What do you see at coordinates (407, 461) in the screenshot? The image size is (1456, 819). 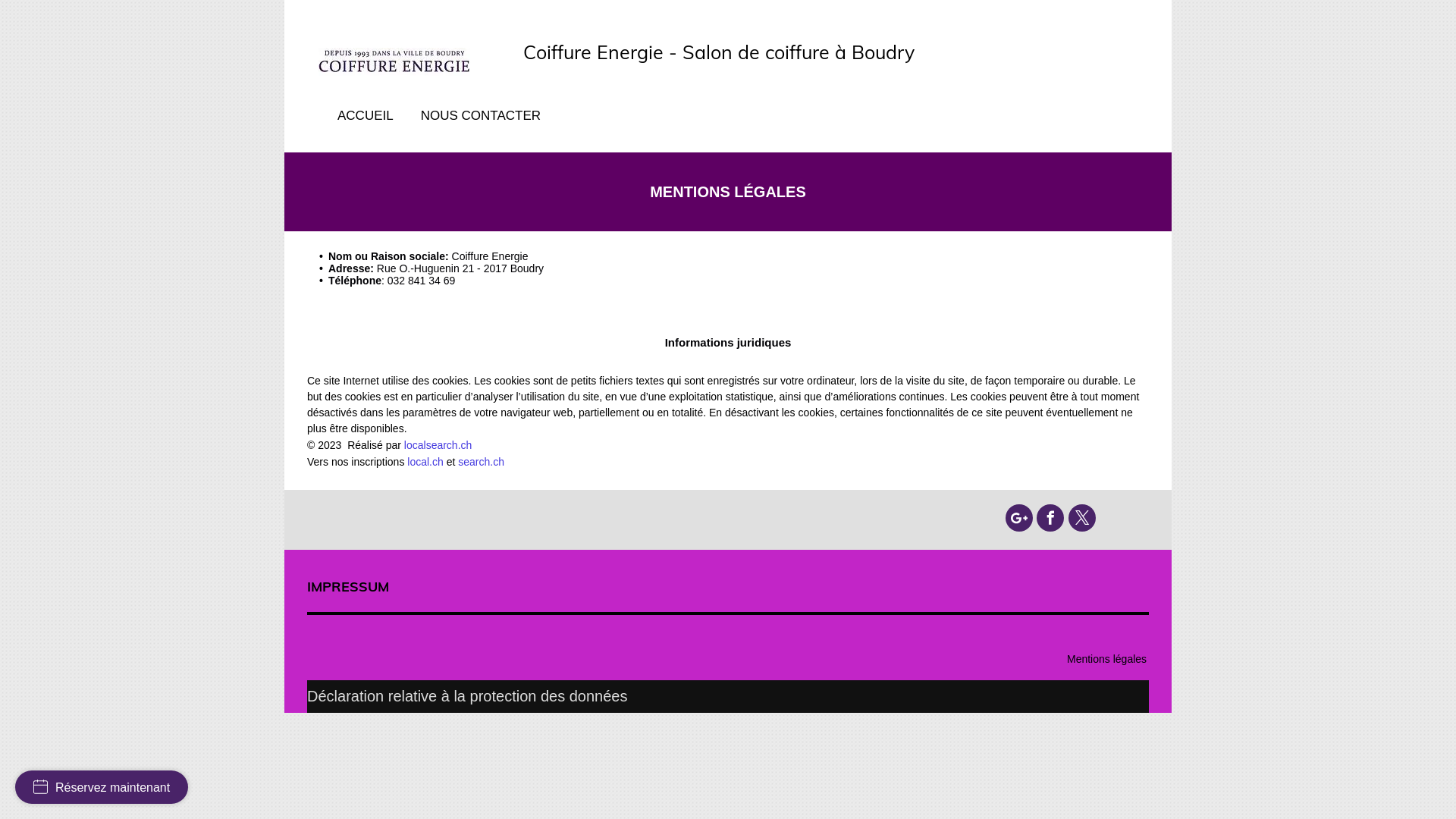 I see `'local.ch'` at bounding box center [407, 461].